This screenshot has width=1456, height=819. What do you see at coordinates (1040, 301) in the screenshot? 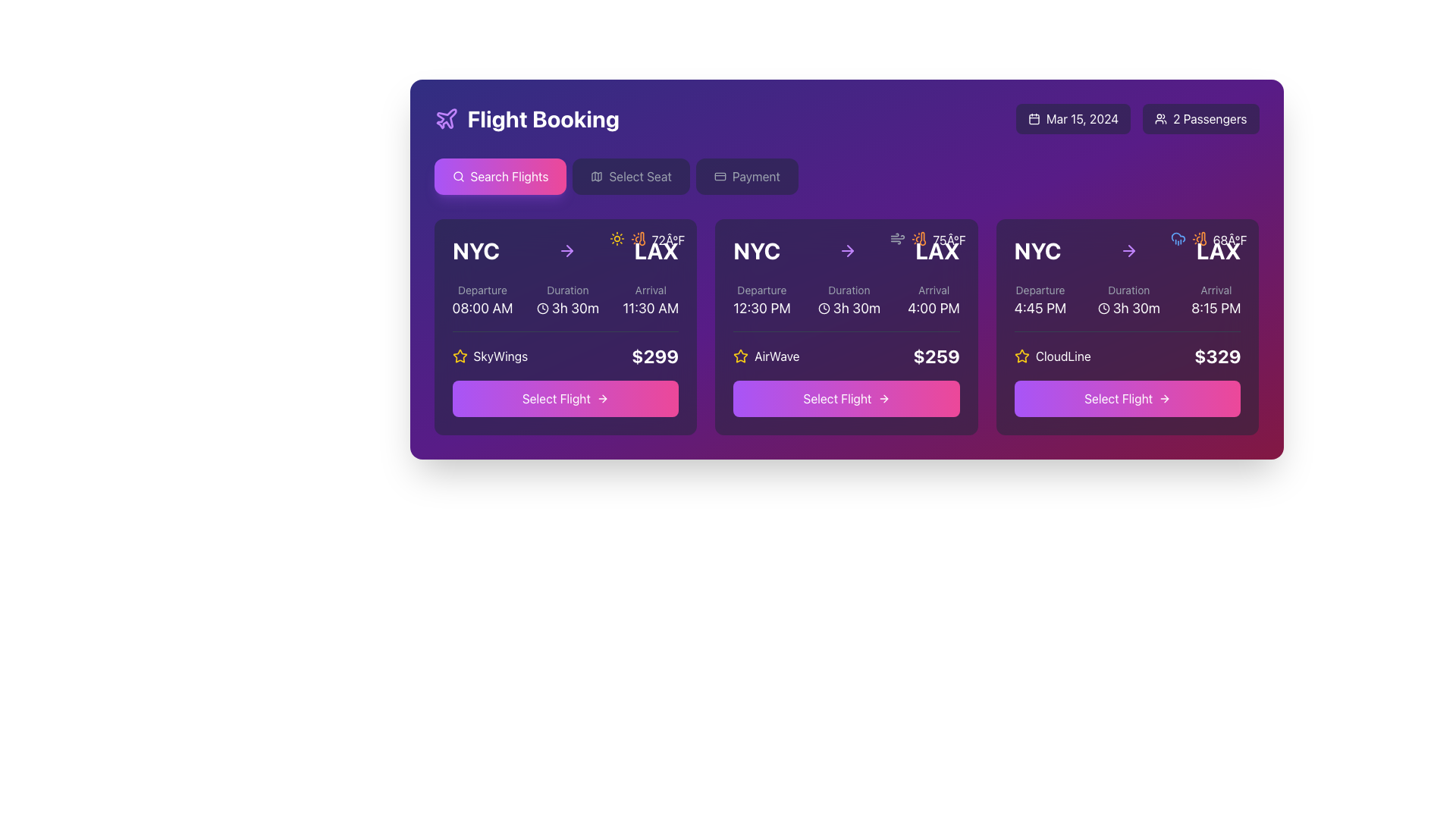
I see `departure time text '4:45 PM' from the text-based display component located in the third flight card's departure information section` at bounding box center [1040, 301].